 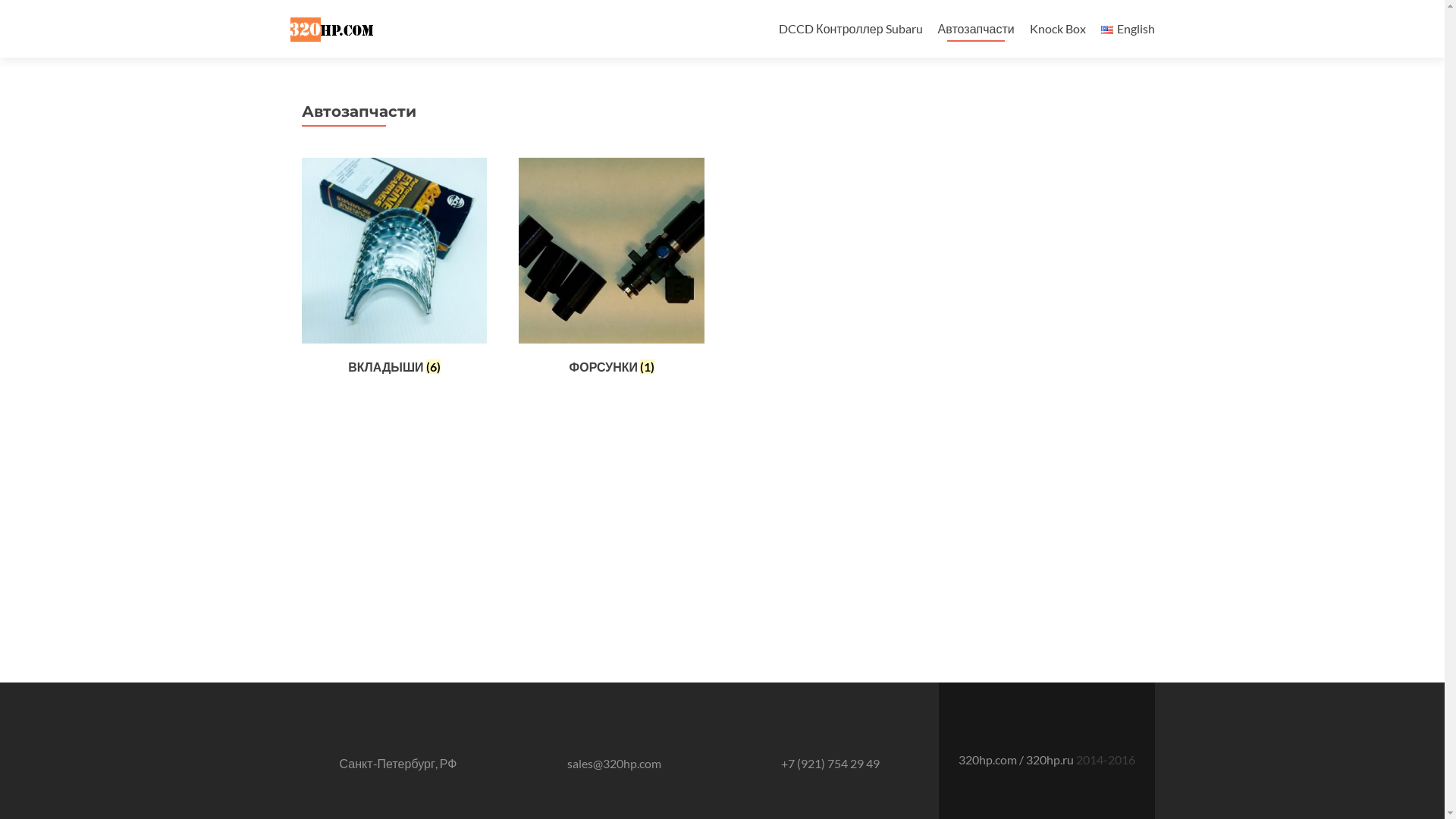 I want to click on 'Skip to content', so click(x=817, y=8).